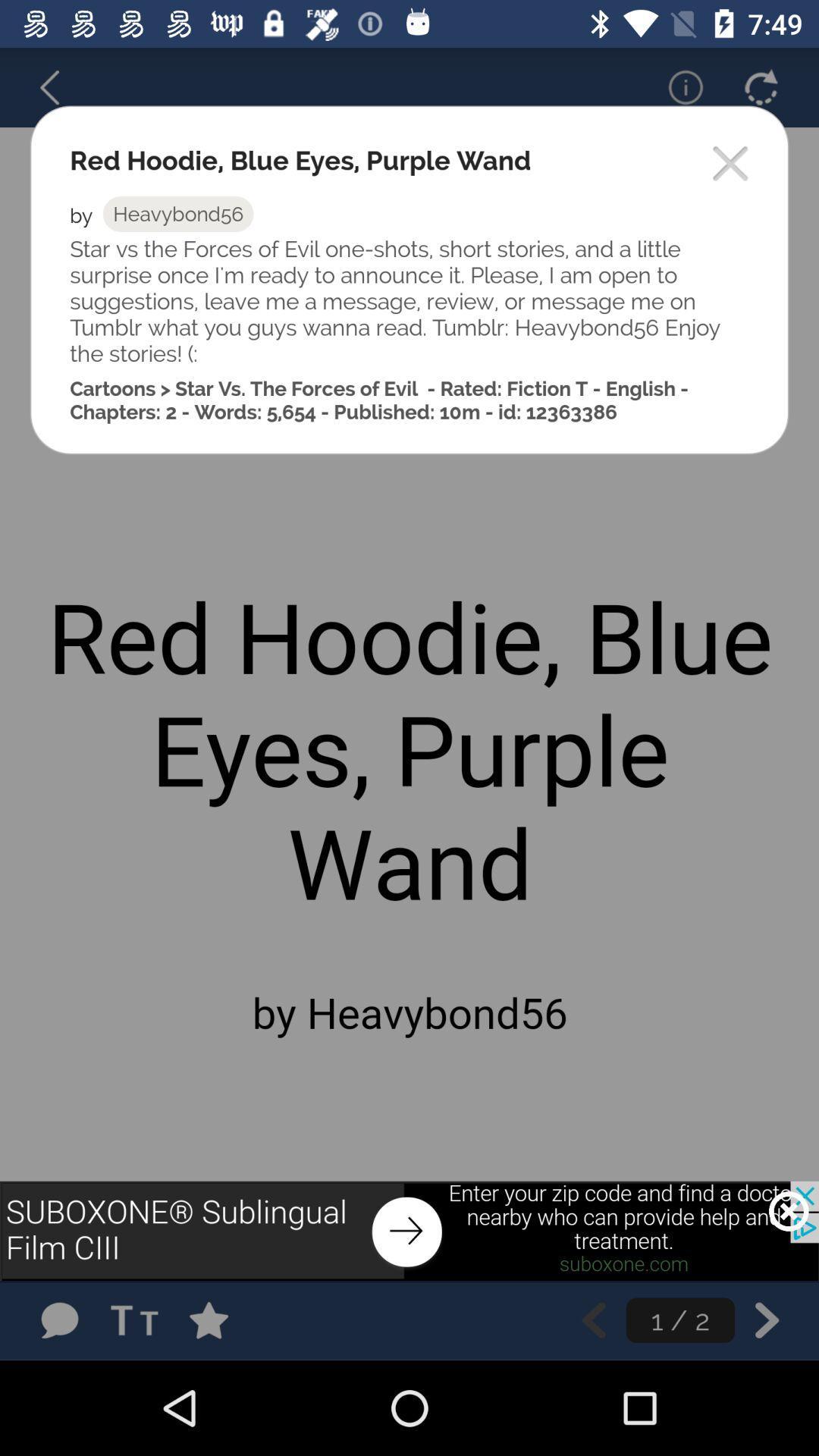 Image resolution: width=819 pixels, height=1456 pixels. Describe the element at coordinates (58, 86) in the screenshot. I see `go back` at that location.